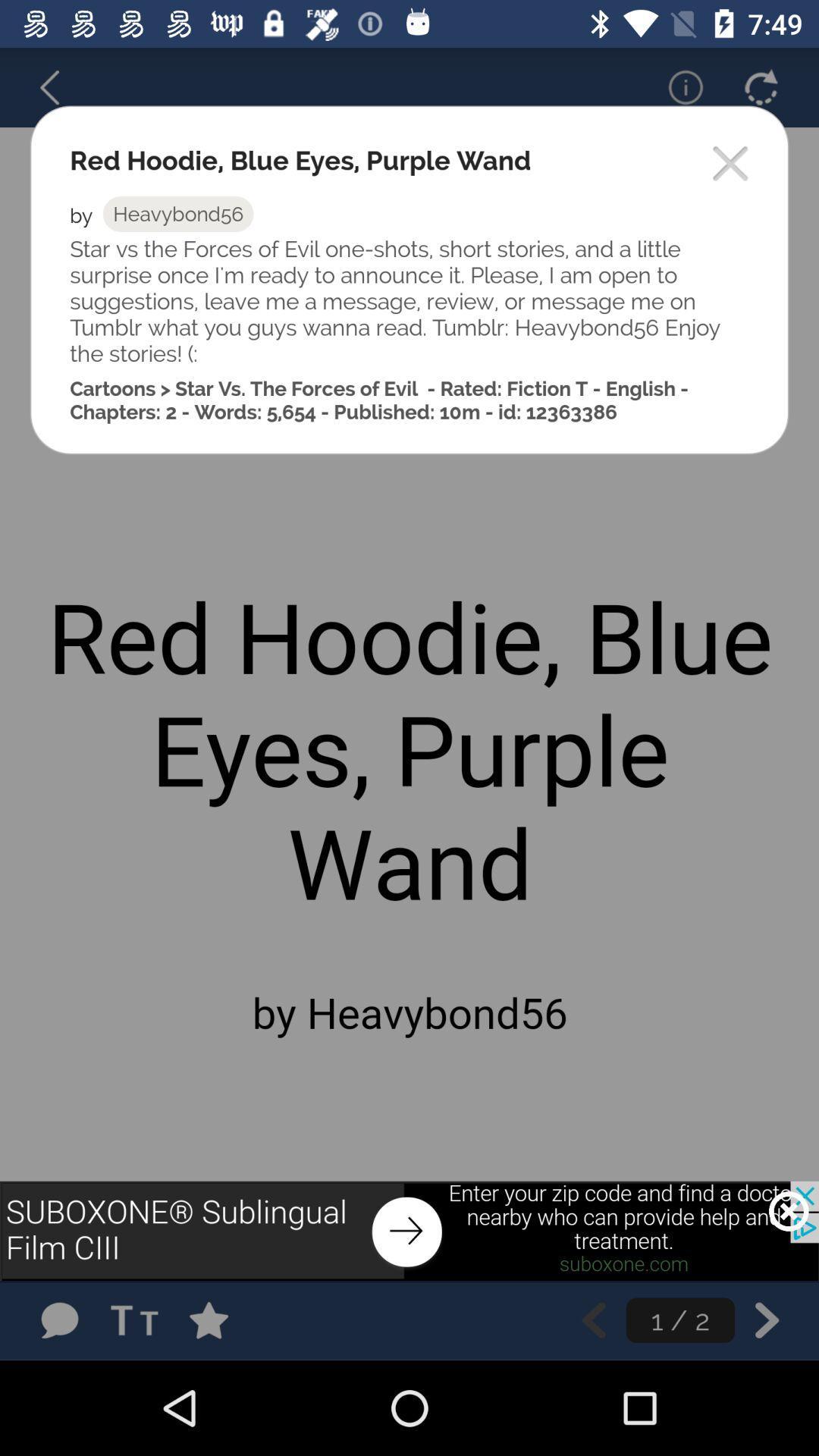 Image resolution: width=819 pixels, height=1456 pixels. Describe the element at coordinates (58, 86) in the screenshot. I see `go back` at that location.